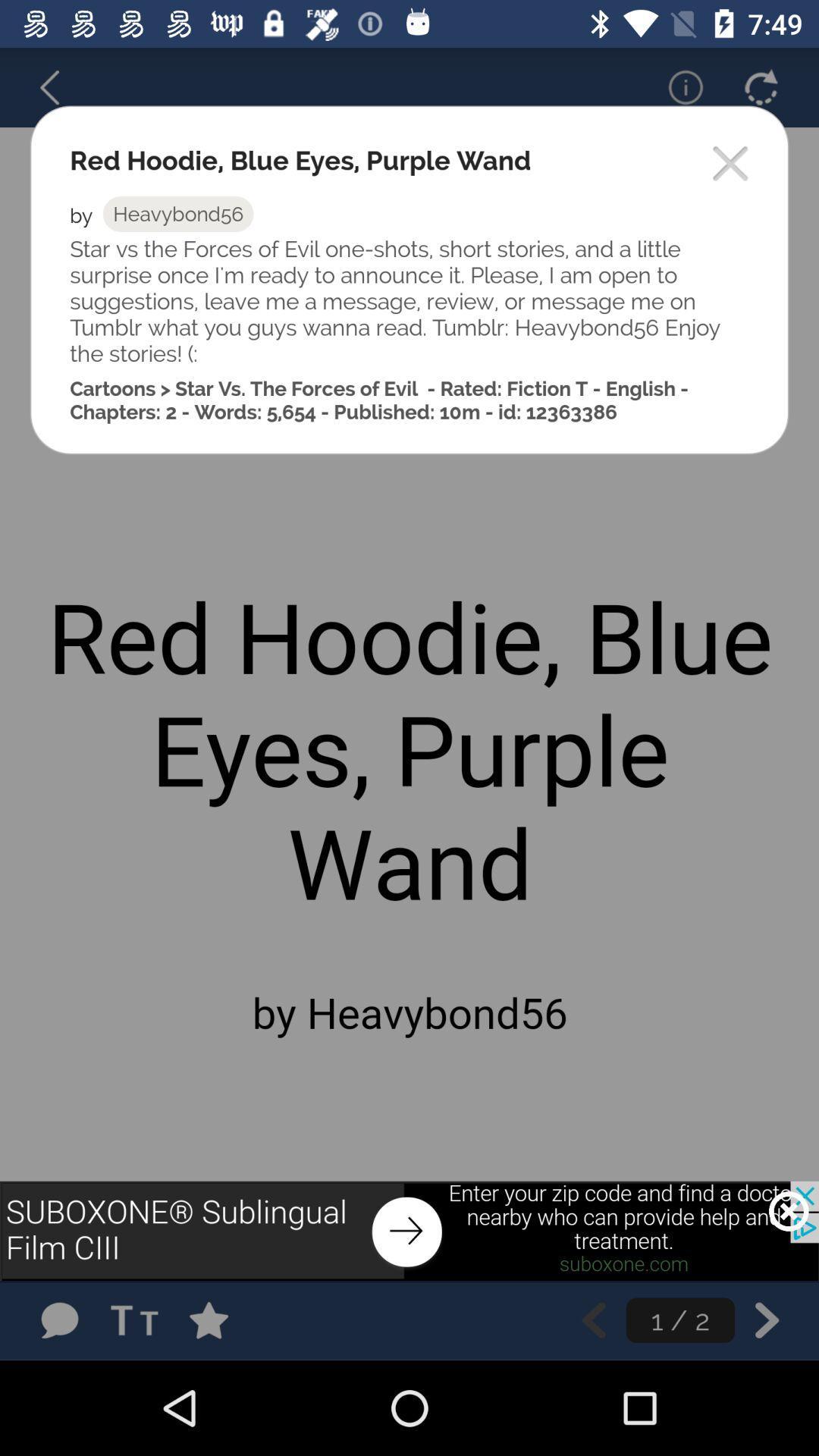 Image resolution: width=819 pixels, height=1456 pixels. Describe the element at coordinates (58, 86) in the screenshot. I see `go back` at that location.